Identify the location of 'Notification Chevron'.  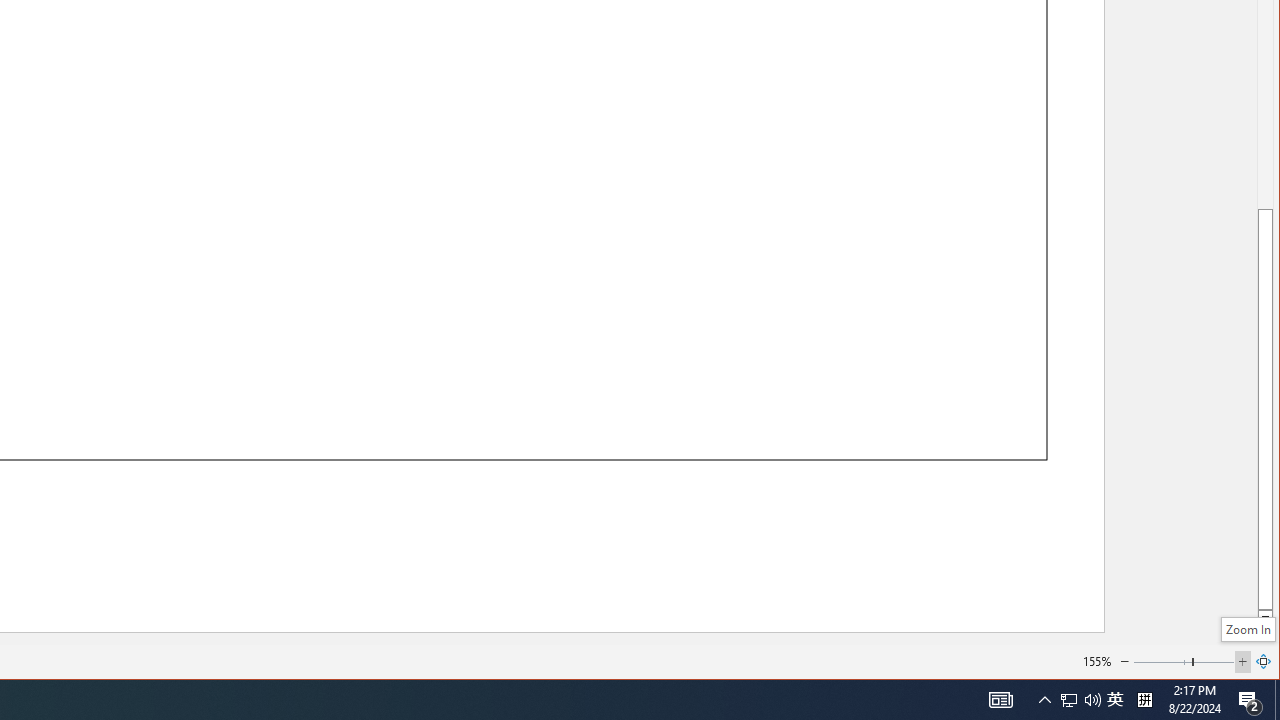
(1044, 698).